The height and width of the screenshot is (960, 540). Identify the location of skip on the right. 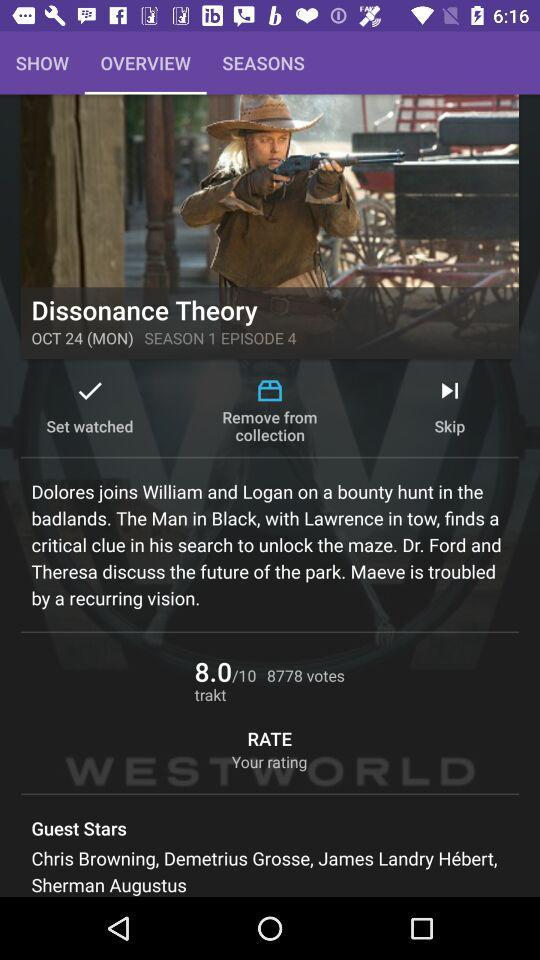
(449, 409).